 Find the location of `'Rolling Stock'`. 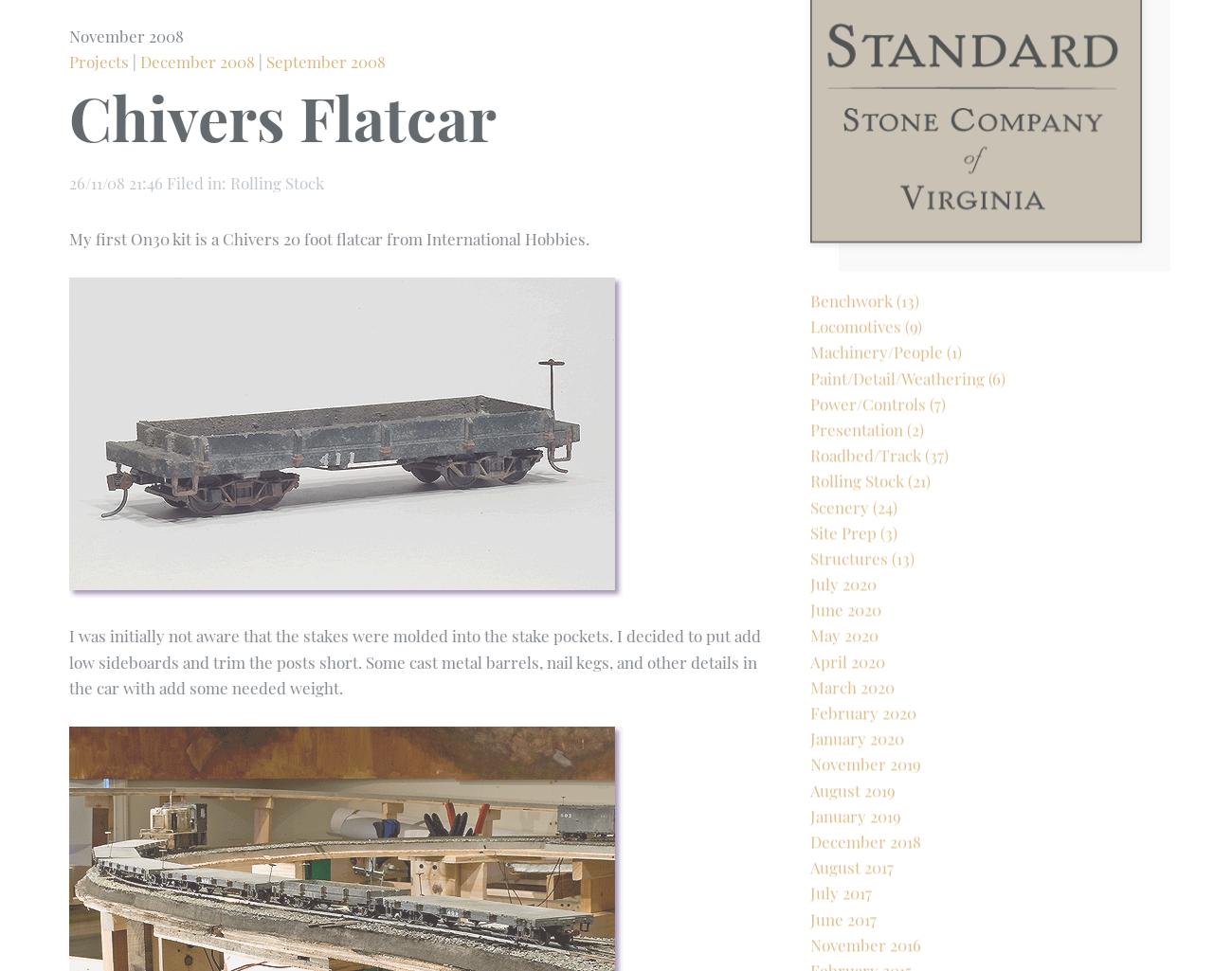

'Rolling Stock' is located at coordinates (203, 181).